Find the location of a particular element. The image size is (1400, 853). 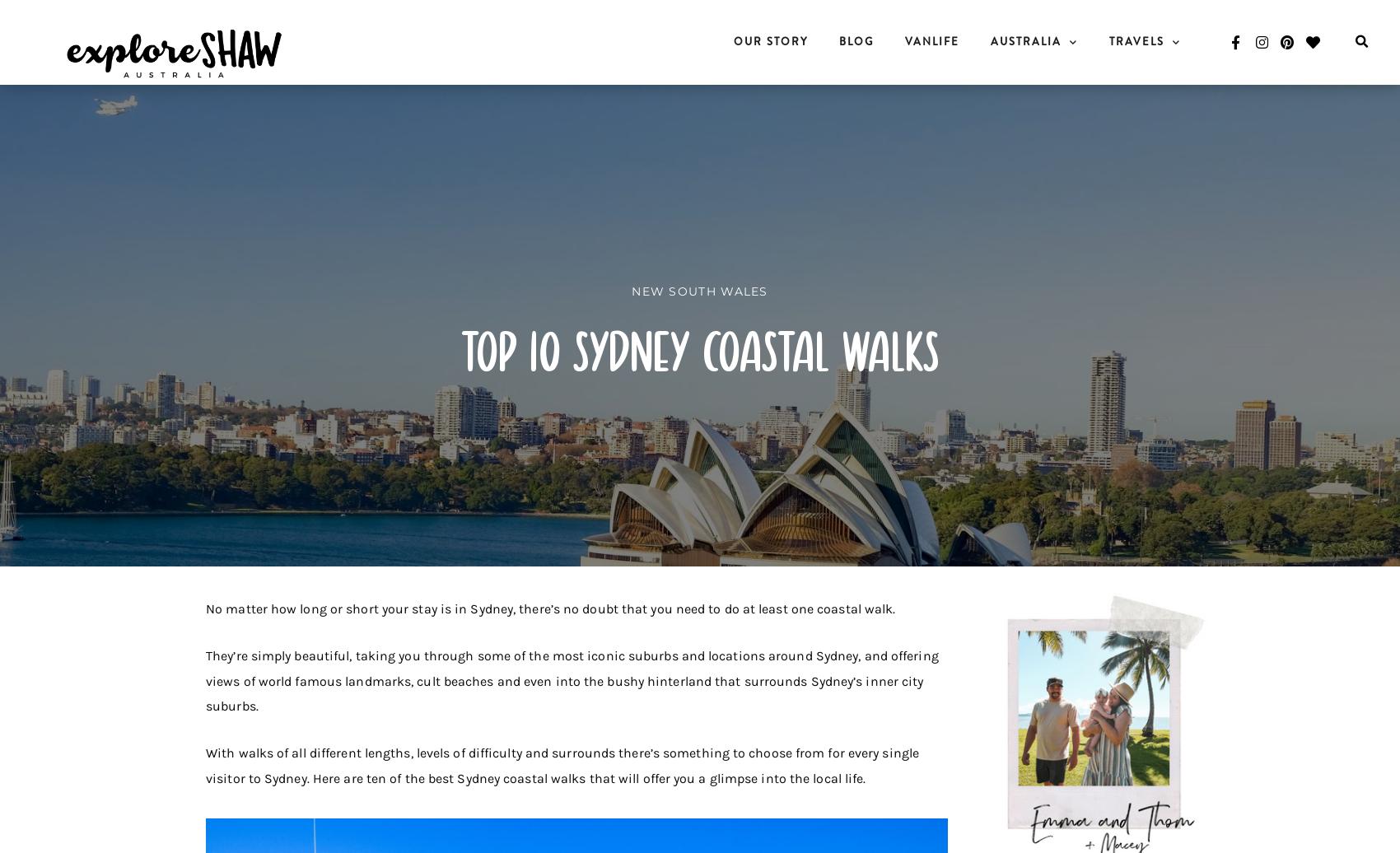

'They’re simply beautiful, taking you through some of the most iconic suburbs and locations around Sydney, and offering views of world famous landmarks, cult beaches and even into the bushy hinterland that surrounds Sydney’s inner city suburbs.' is located at coordinates (572, 680).